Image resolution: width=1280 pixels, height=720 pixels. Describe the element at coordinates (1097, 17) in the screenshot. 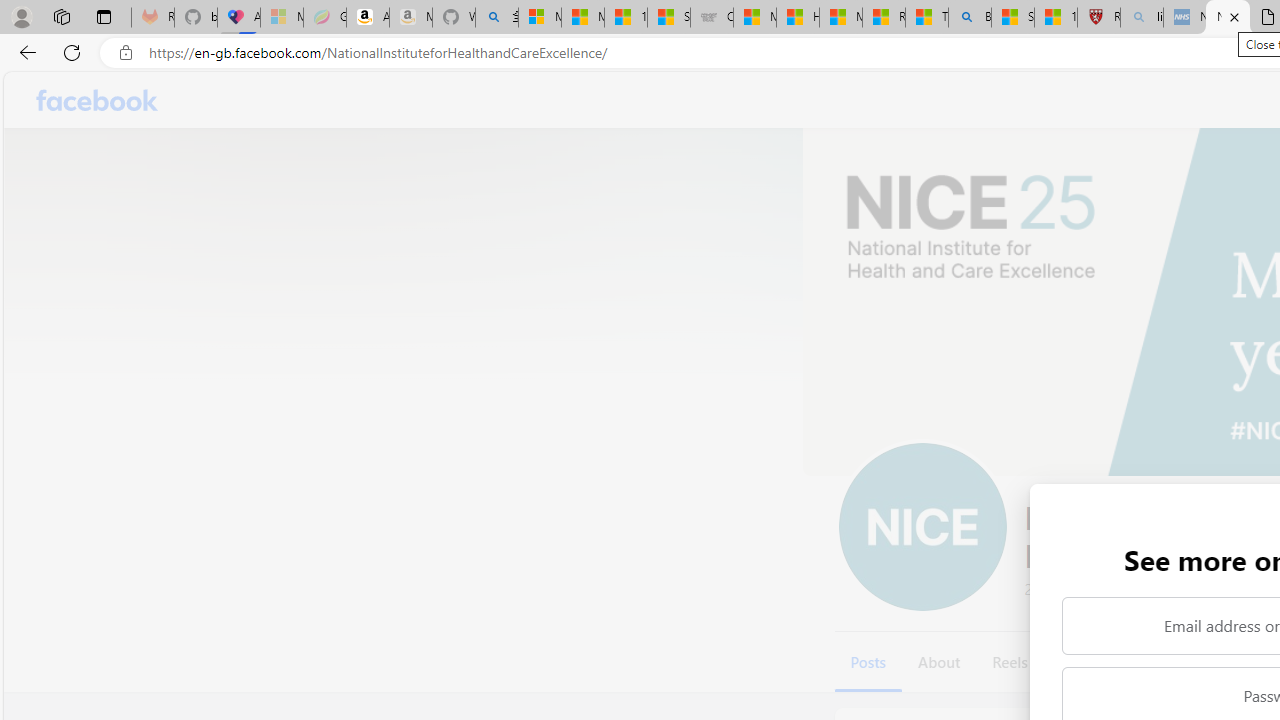

I see `'Robert H. Shmerling, MD - Harvard Health'` at that location.